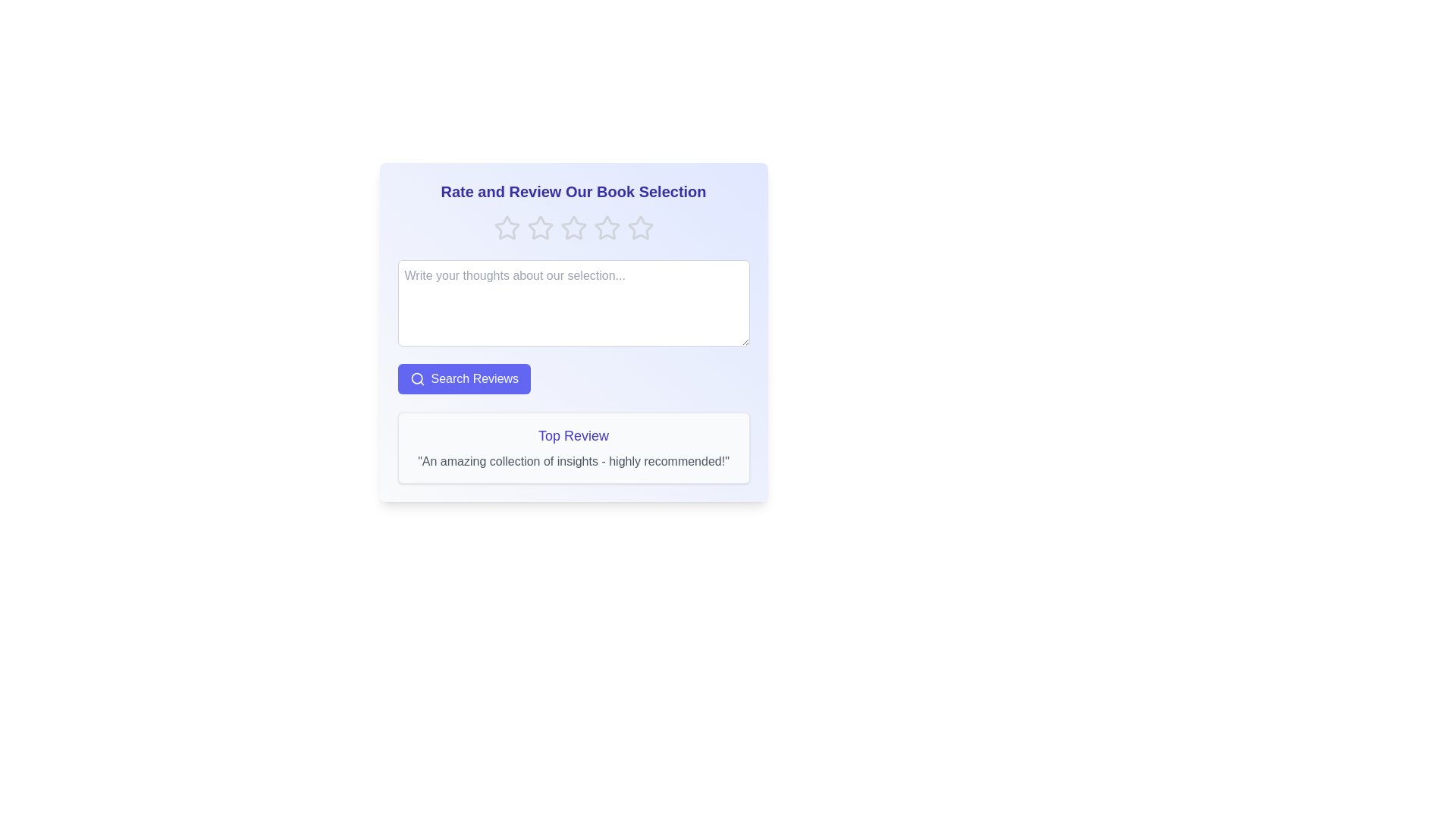 This screenshot has height=819, width=1456. I want to click on 'Search Reviews' button, so click(463, 378).